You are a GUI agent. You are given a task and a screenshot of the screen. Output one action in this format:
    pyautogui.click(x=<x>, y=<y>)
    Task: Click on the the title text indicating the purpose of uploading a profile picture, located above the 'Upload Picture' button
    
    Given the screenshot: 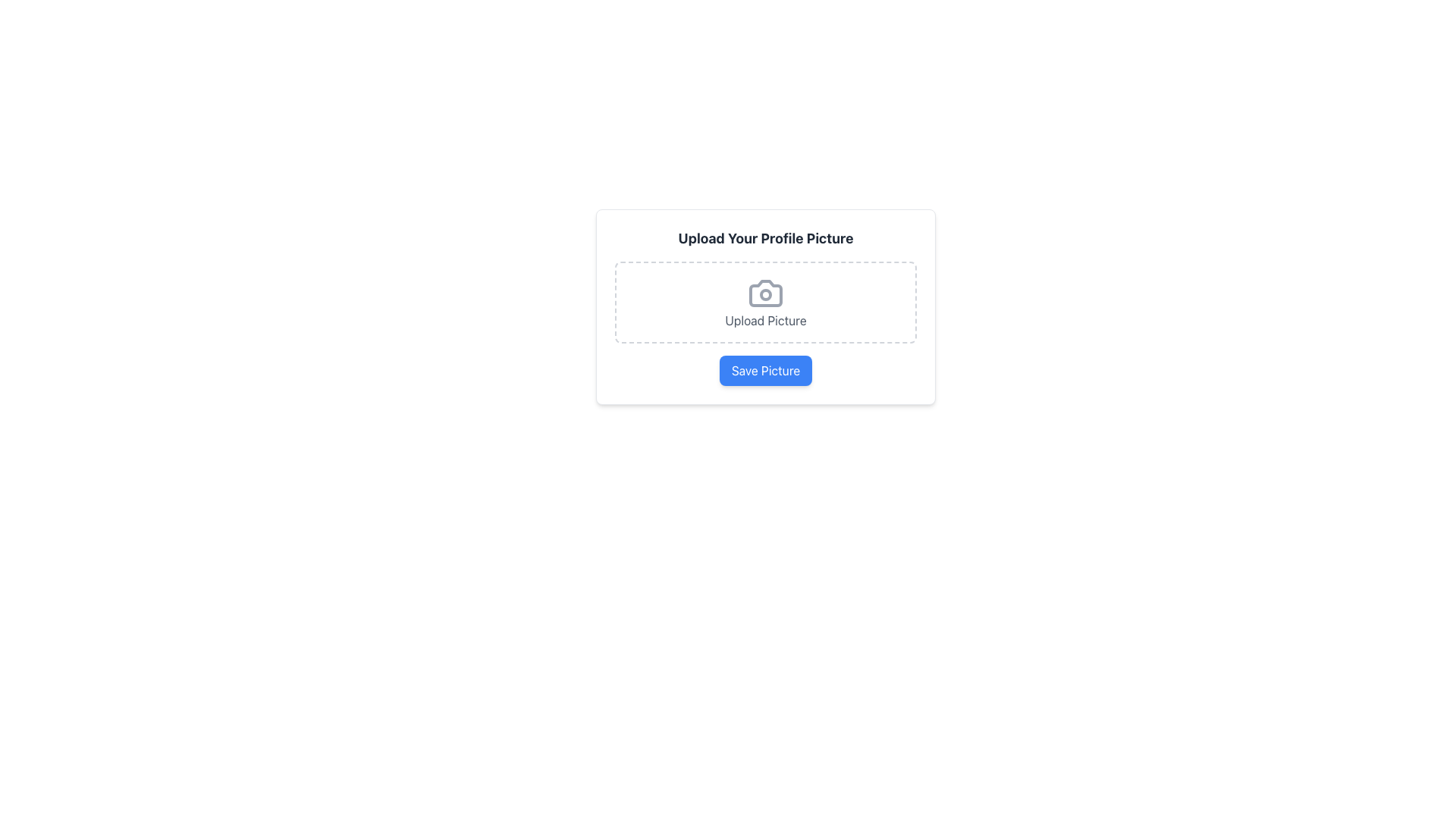 What is the action you would take?
    pyautogui.click(x=765, y=239)
    